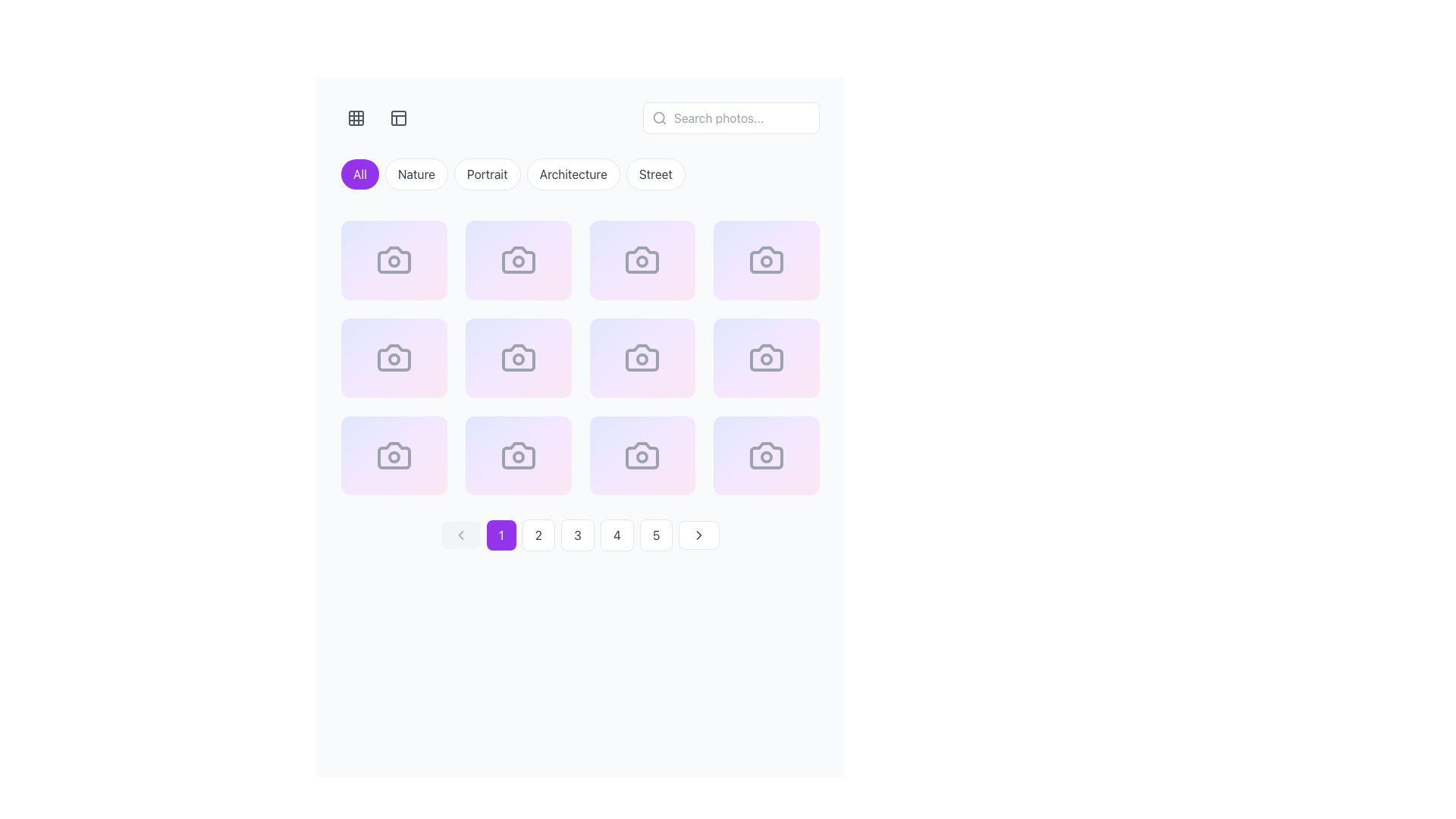  I want to click on the small red circular shape representing the lens or button of the camera icon located in the second row and third column of the grid layout, so click(642, 359).